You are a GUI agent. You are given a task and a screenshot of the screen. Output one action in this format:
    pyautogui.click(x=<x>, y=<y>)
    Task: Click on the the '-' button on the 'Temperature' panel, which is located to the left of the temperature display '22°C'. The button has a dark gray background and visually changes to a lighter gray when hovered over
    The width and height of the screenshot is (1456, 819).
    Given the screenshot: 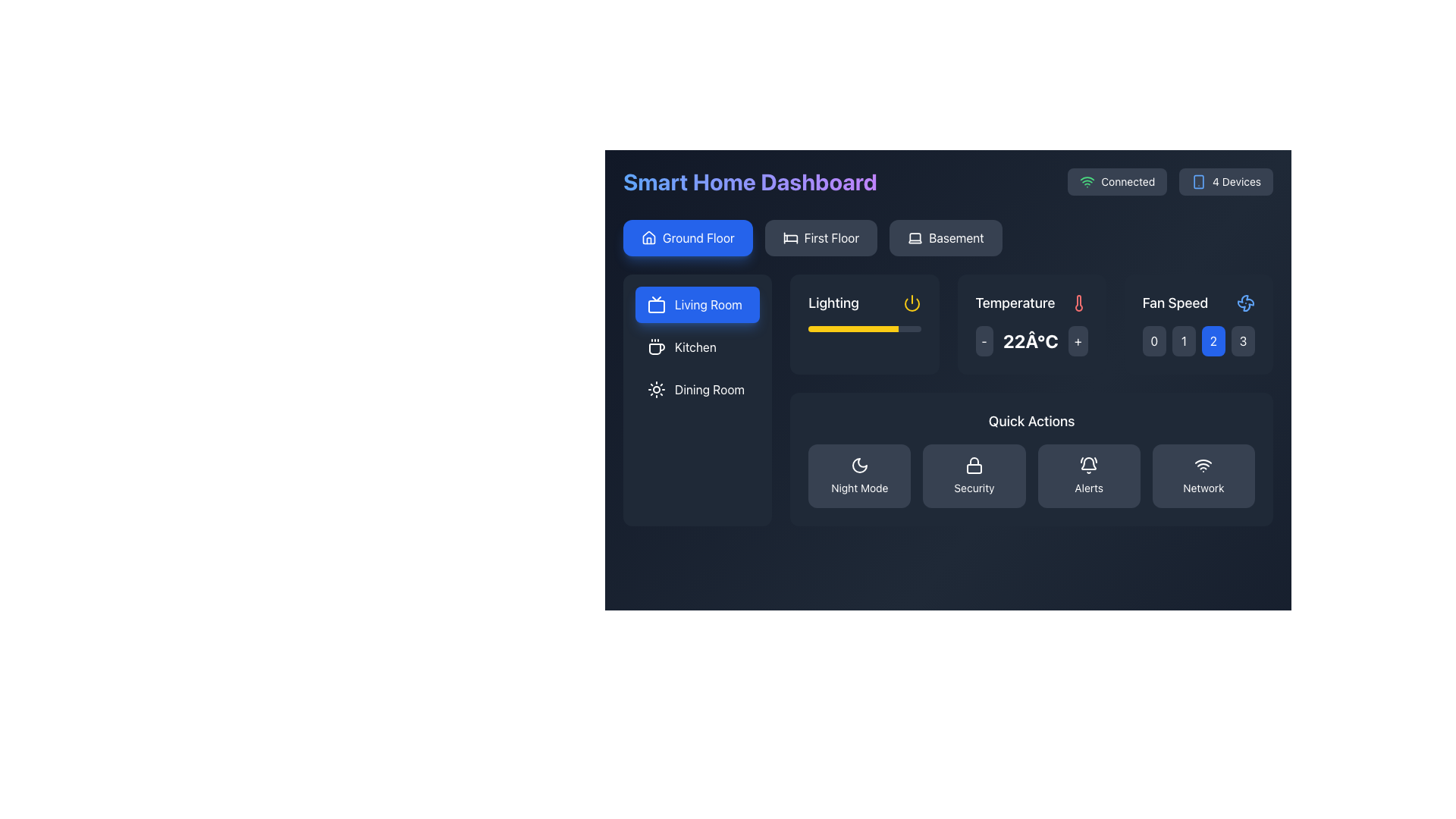 What is the action you would take?
    pyautogui.click(x=984, y=341)
    